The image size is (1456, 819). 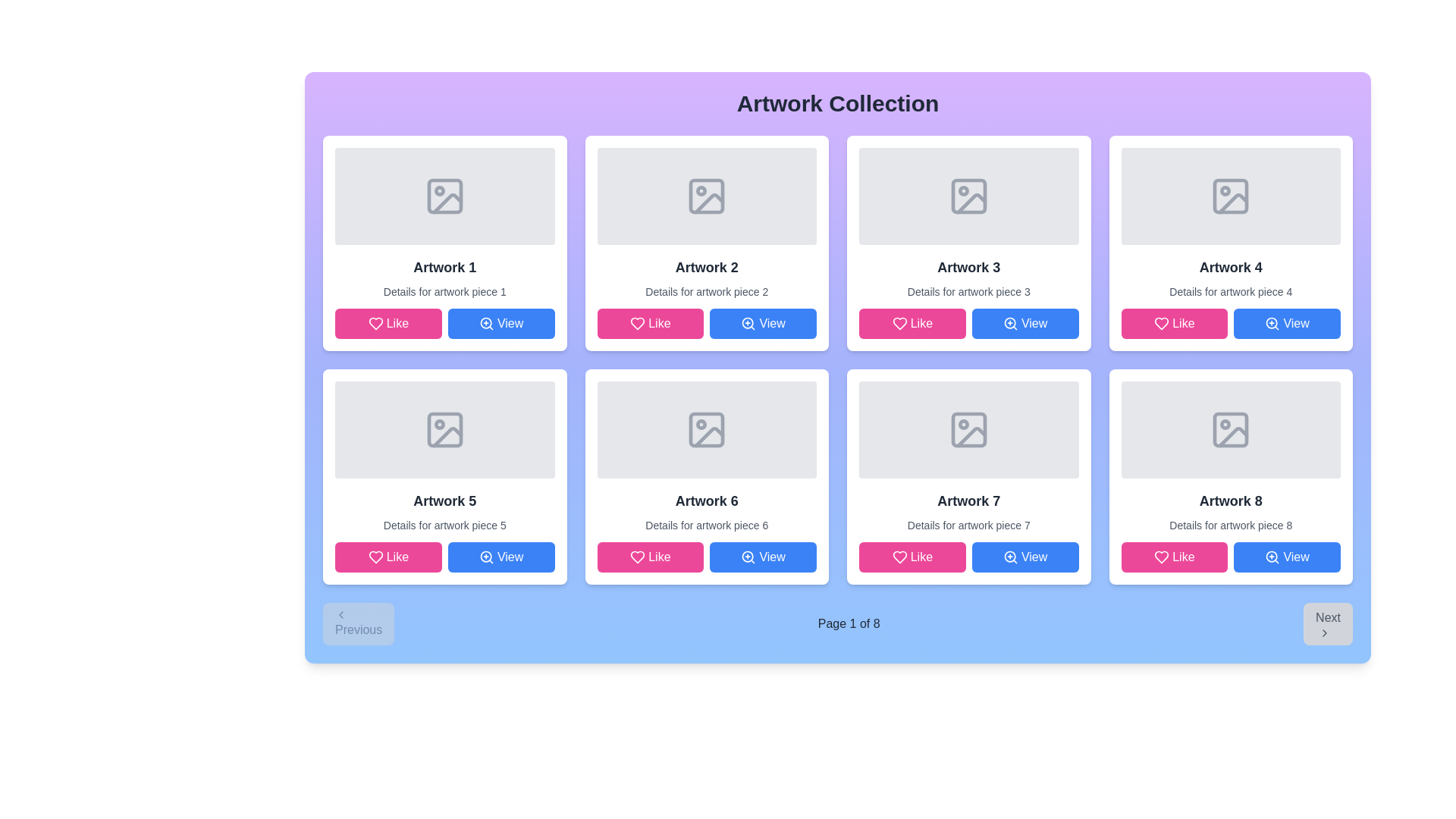 I want to click on the blue button with white text reading 'View', which has a magnifying glass icon on the left side, so click(x=1025, y=557).